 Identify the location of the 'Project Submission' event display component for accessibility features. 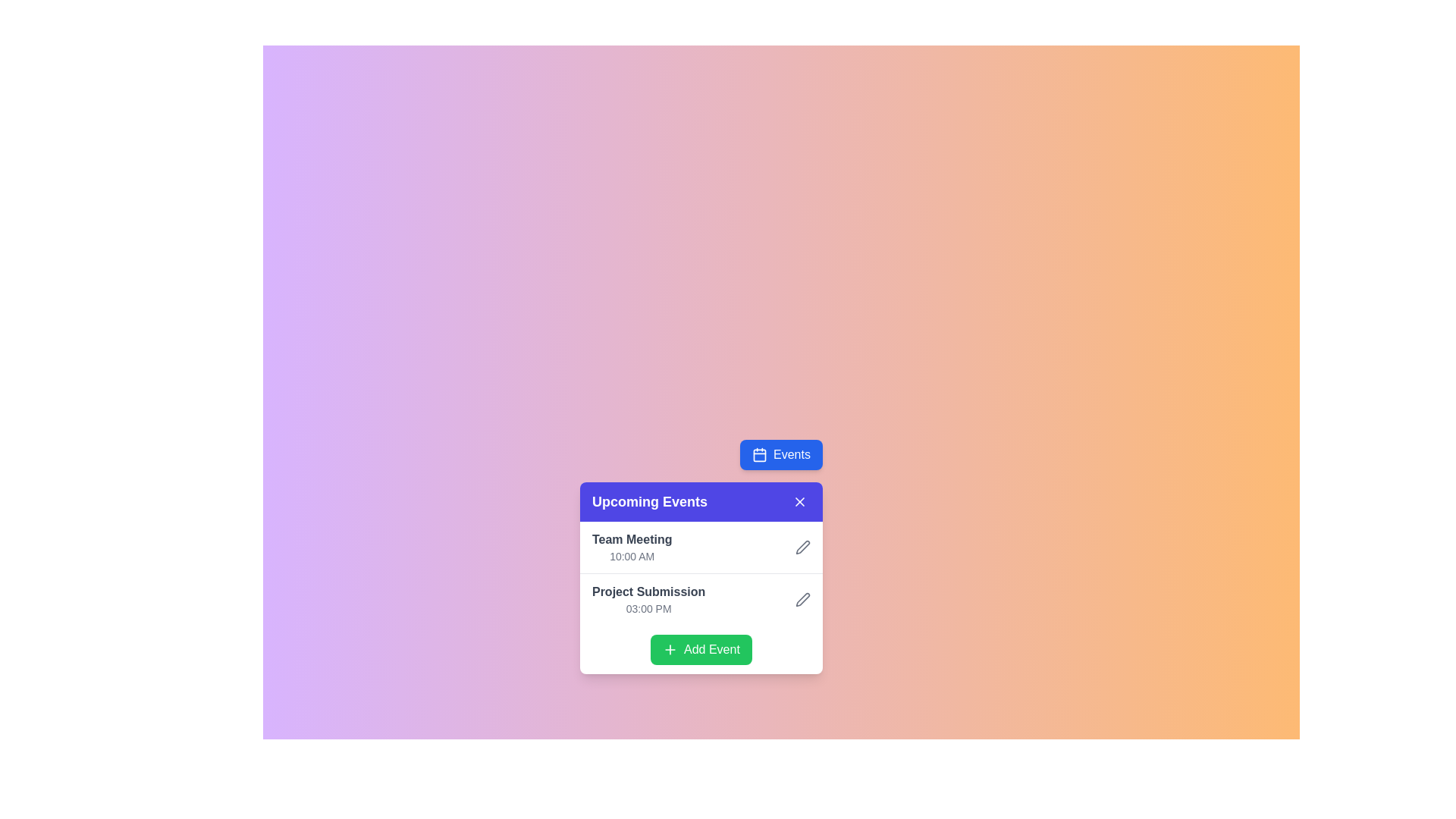
(648, 598).